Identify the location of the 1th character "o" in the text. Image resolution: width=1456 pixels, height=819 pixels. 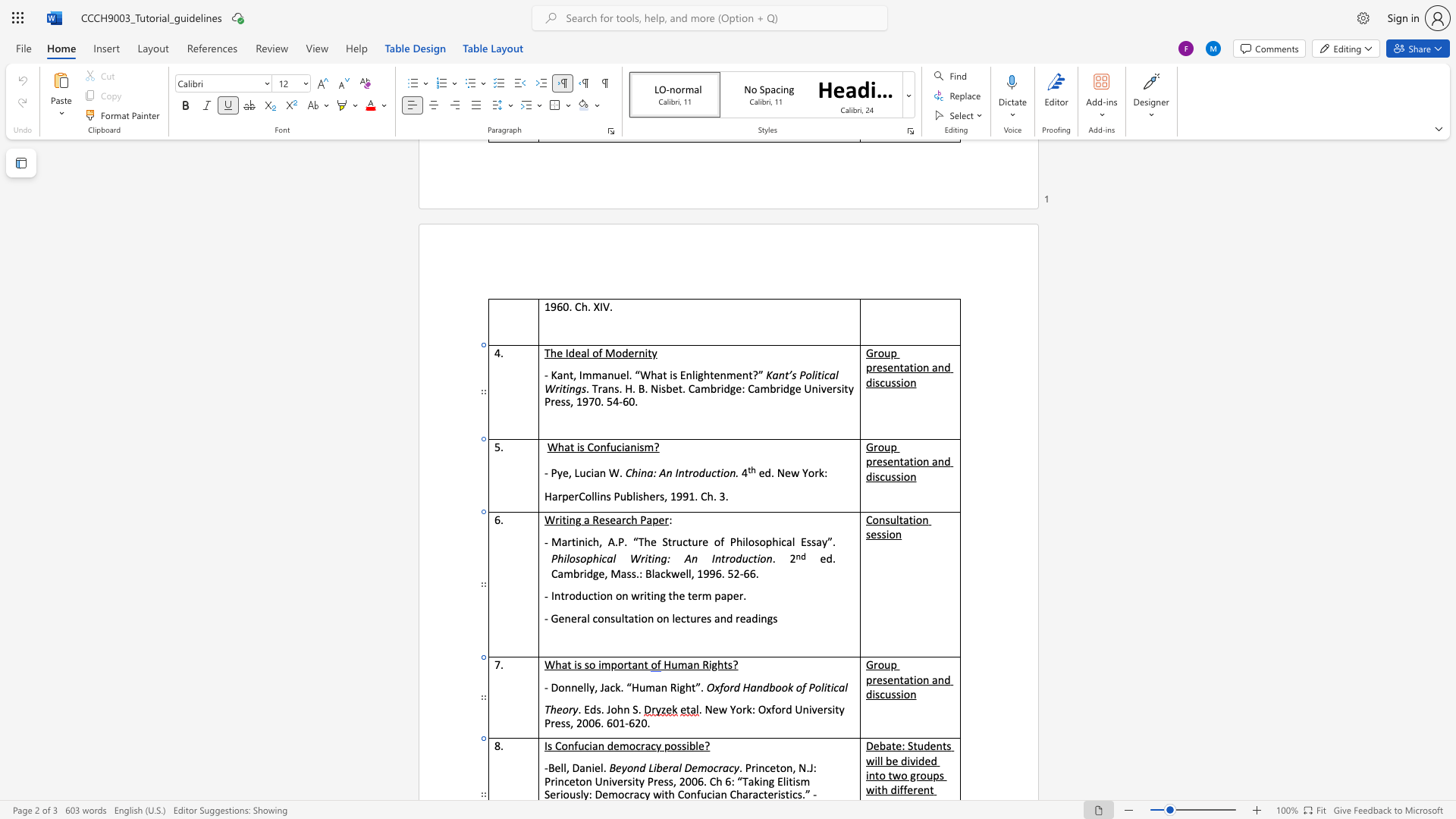
(629, 767).